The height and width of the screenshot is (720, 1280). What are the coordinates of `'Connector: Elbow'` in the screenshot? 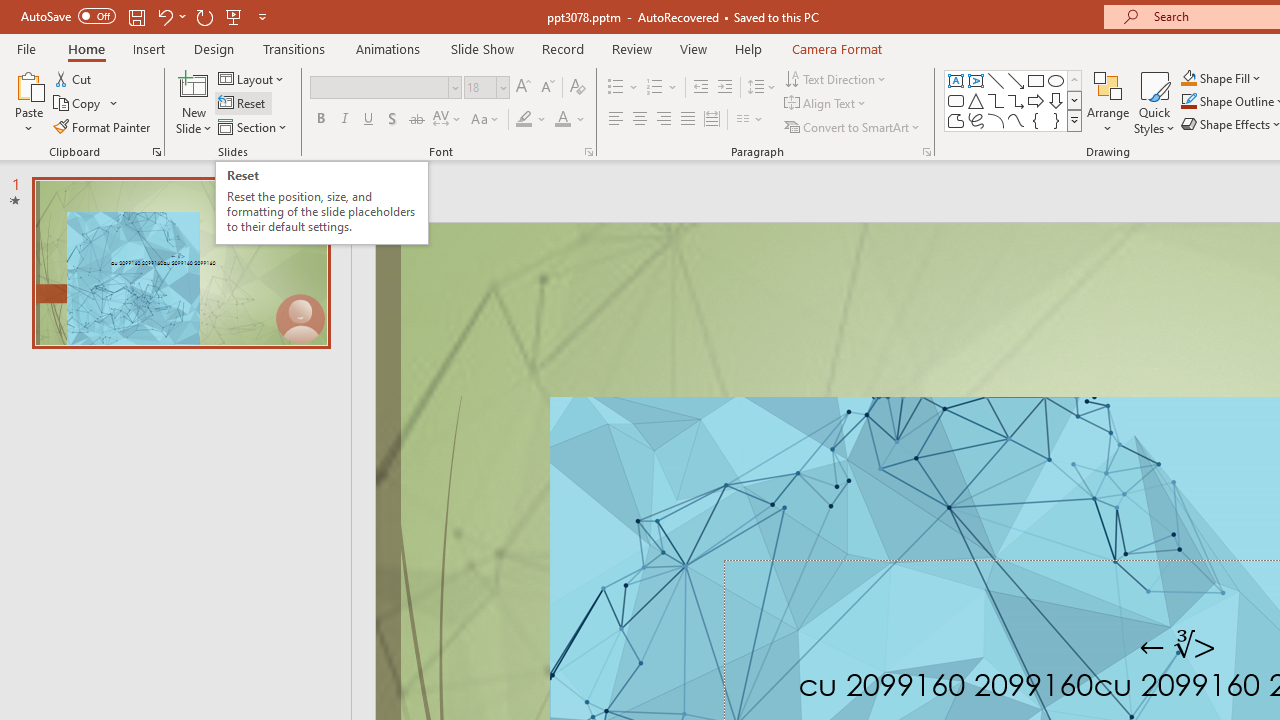 It's located at (995, 100).